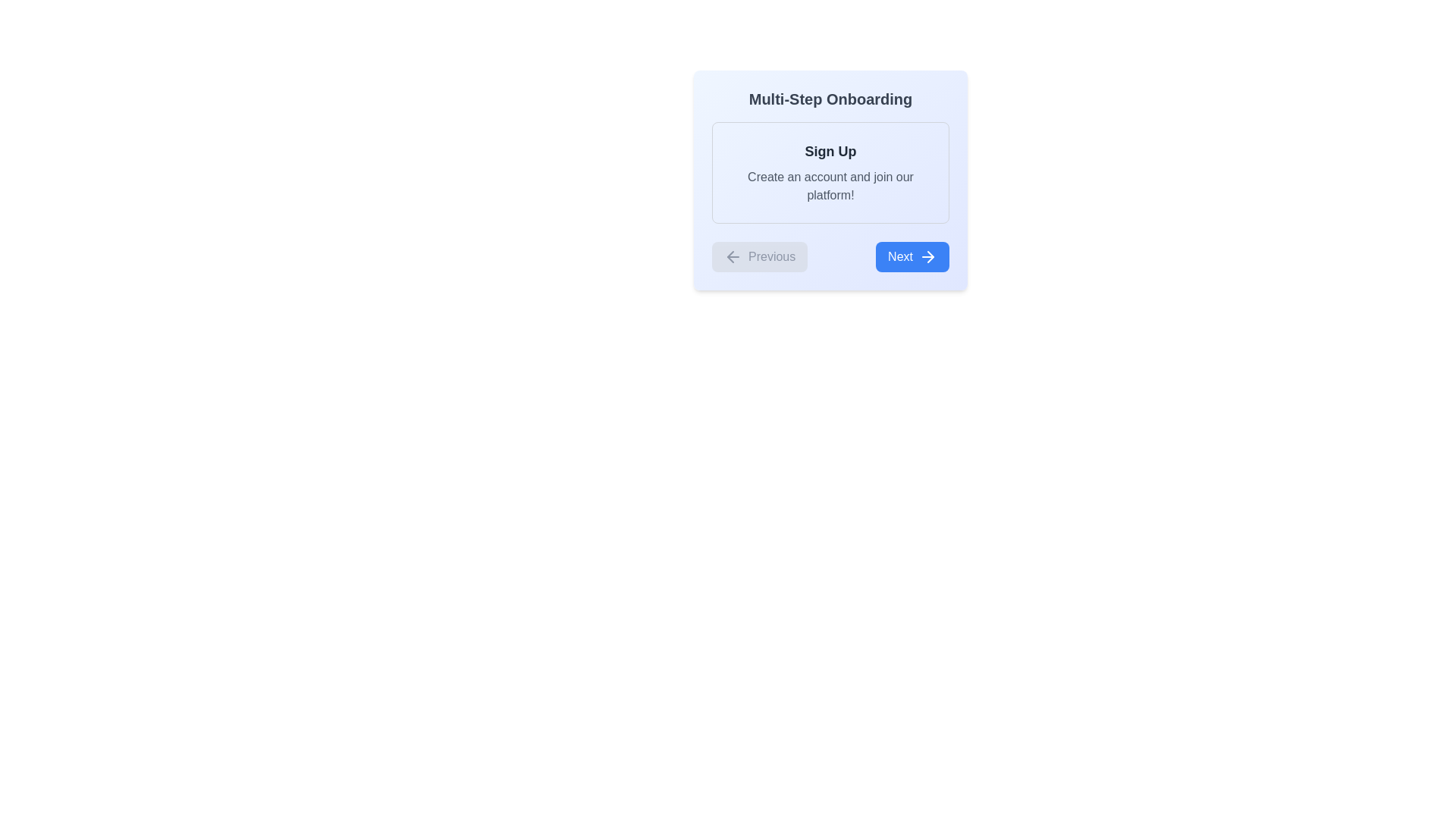 This screenshot has height=819, width=1456. I want to click on the arrow icon located on the far-right side of the blue 'Next' button to proceed to the next step, so click(927, 256).